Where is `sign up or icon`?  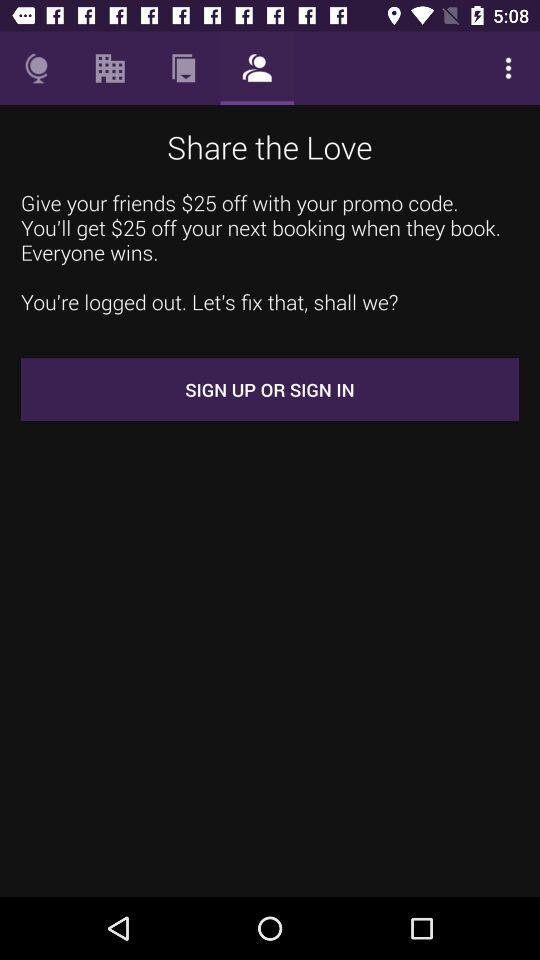 sign up or icon is located at coordinates (270, 388).